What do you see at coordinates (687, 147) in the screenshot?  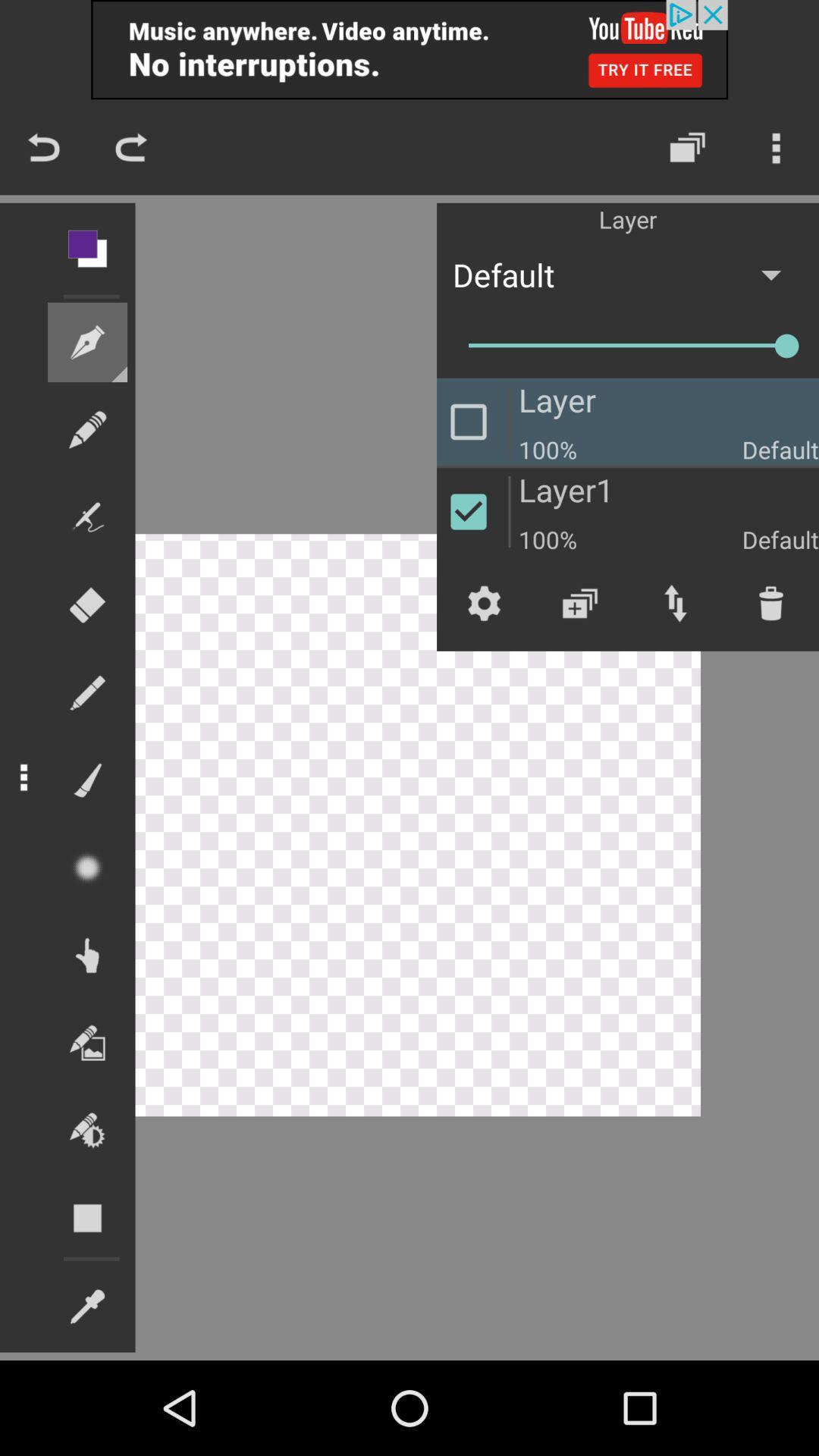 I see `the layers icon` at bounding box center [687, 147].